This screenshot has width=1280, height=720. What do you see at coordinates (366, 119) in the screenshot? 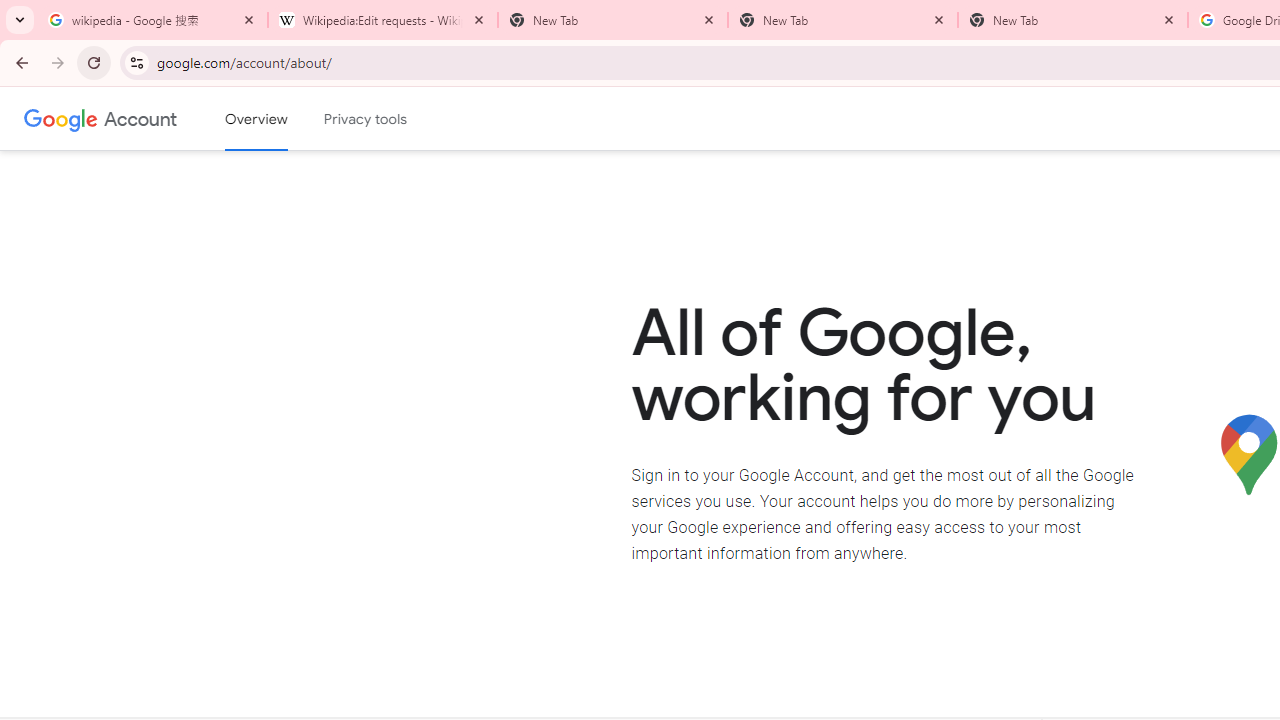
I see `'Privacy tools'` at bounding box center [366, 119].